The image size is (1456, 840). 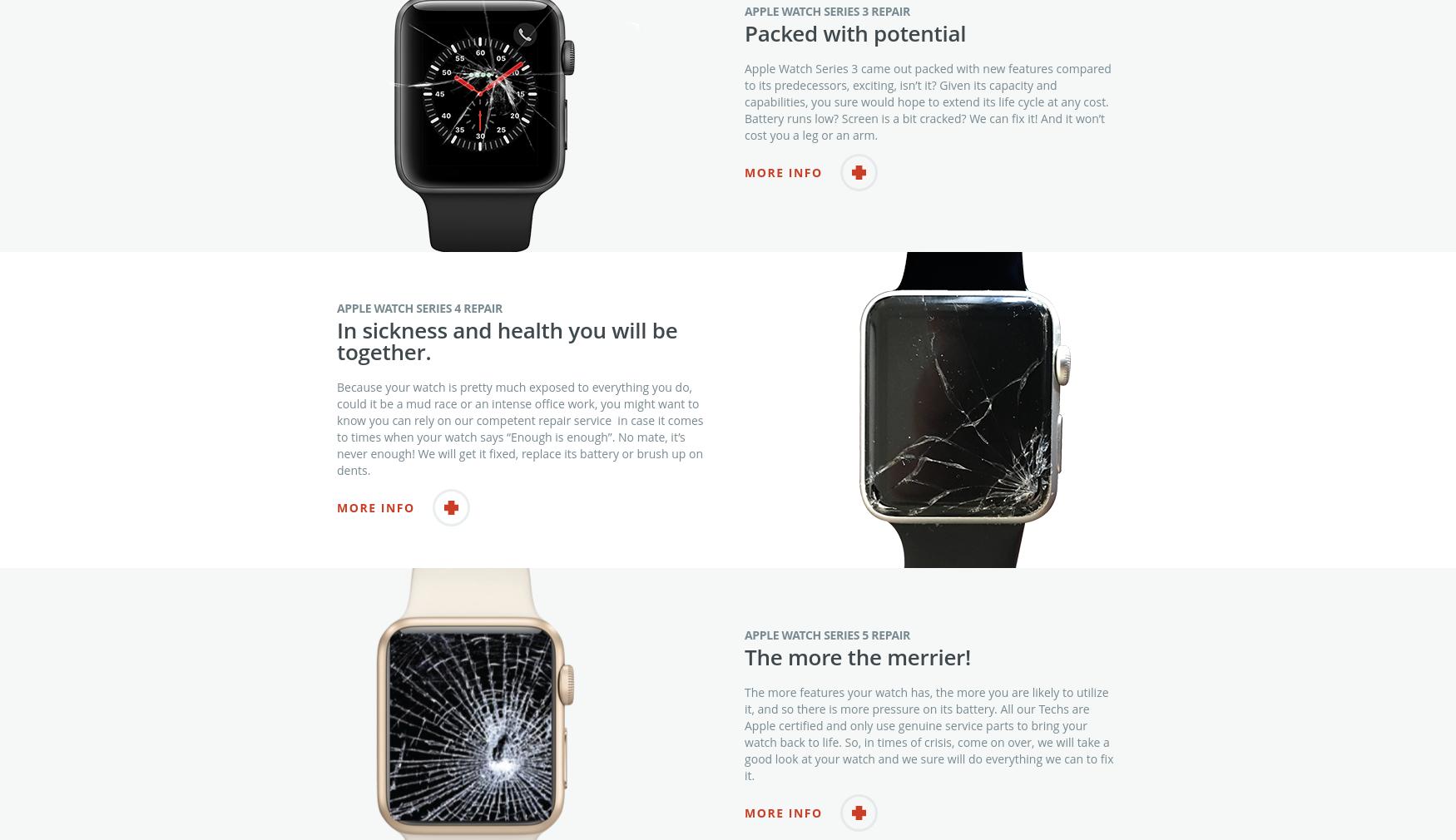 I want to click on 'The more the merrier!', so click(x=856, y=689).